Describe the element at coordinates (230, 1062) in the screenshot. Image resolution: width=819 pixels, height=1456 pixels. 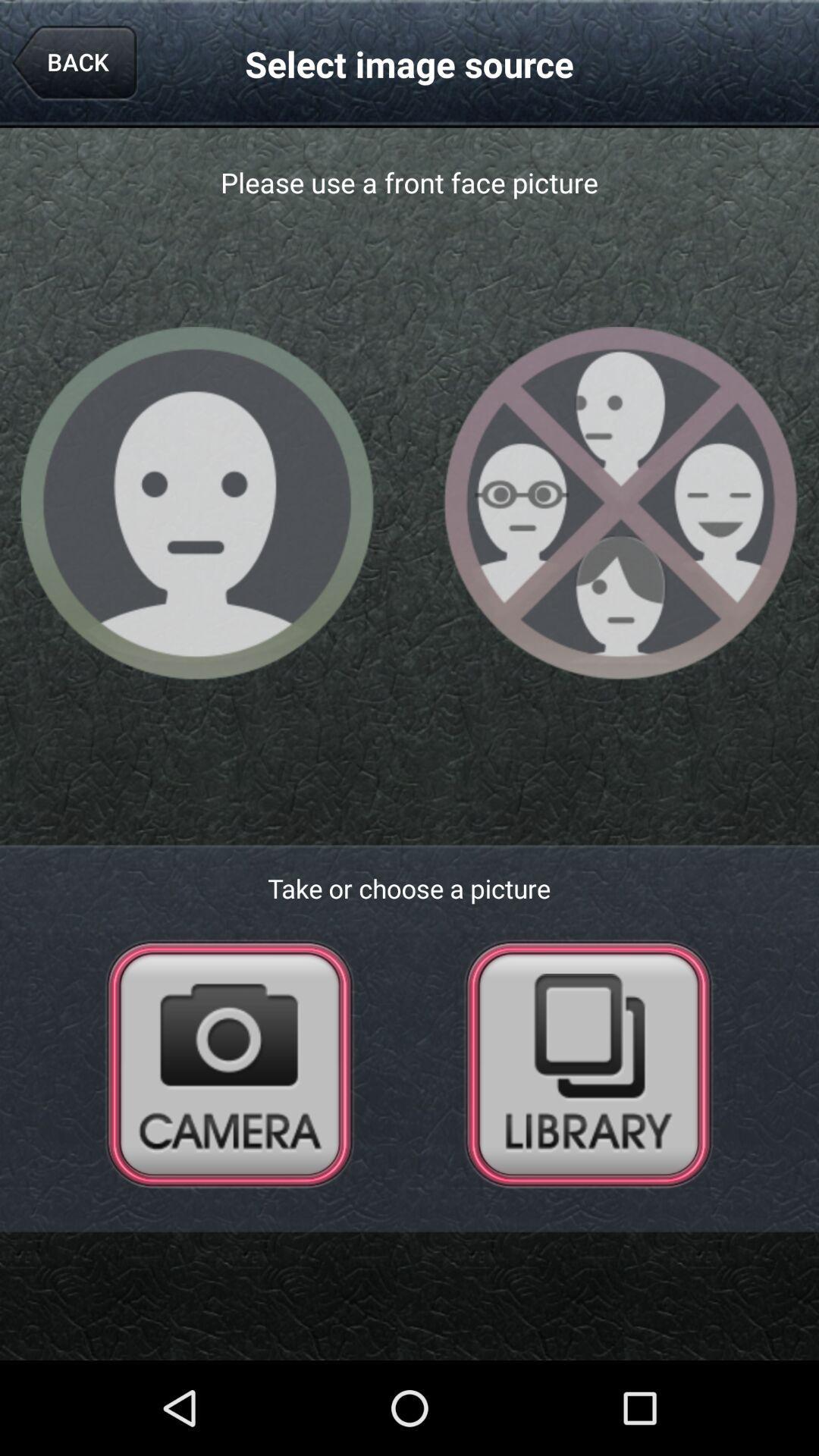
I see `choose camera toggle` at that location.